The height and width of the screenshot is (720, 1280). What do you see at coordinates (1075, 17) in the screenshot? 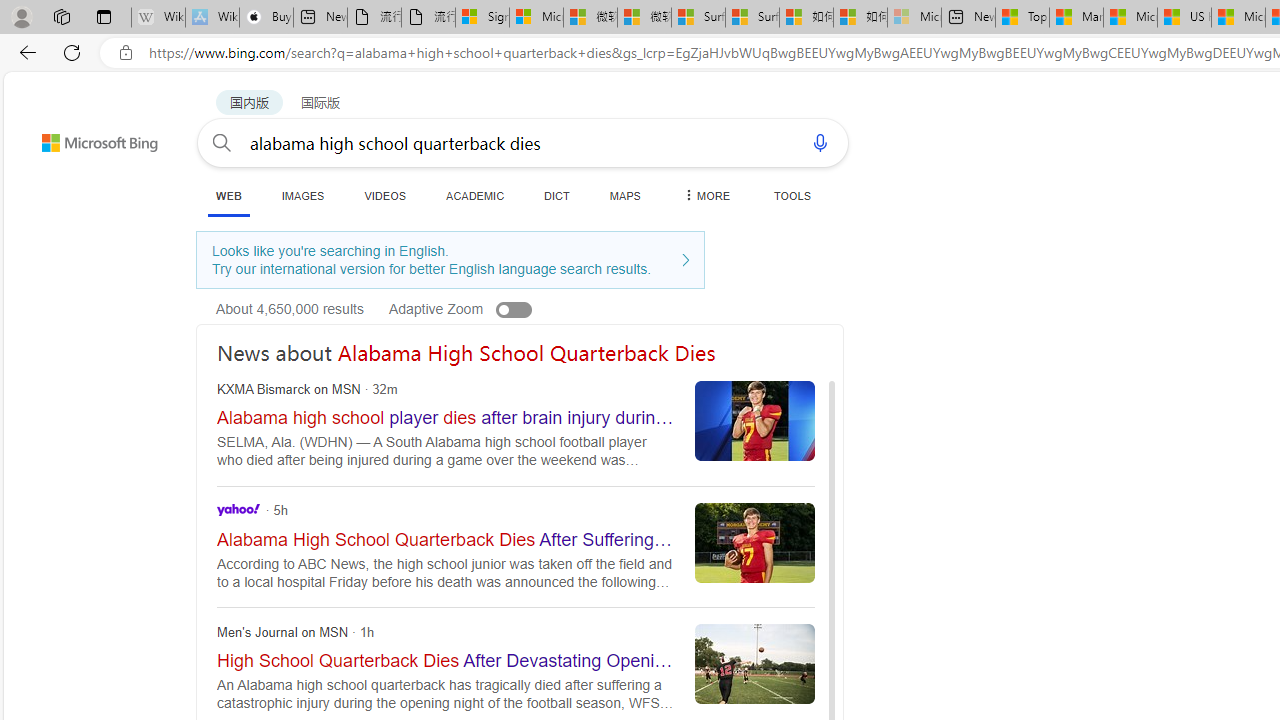
I see `'Marine life - MSN'` at bounding box center [1075, 17].